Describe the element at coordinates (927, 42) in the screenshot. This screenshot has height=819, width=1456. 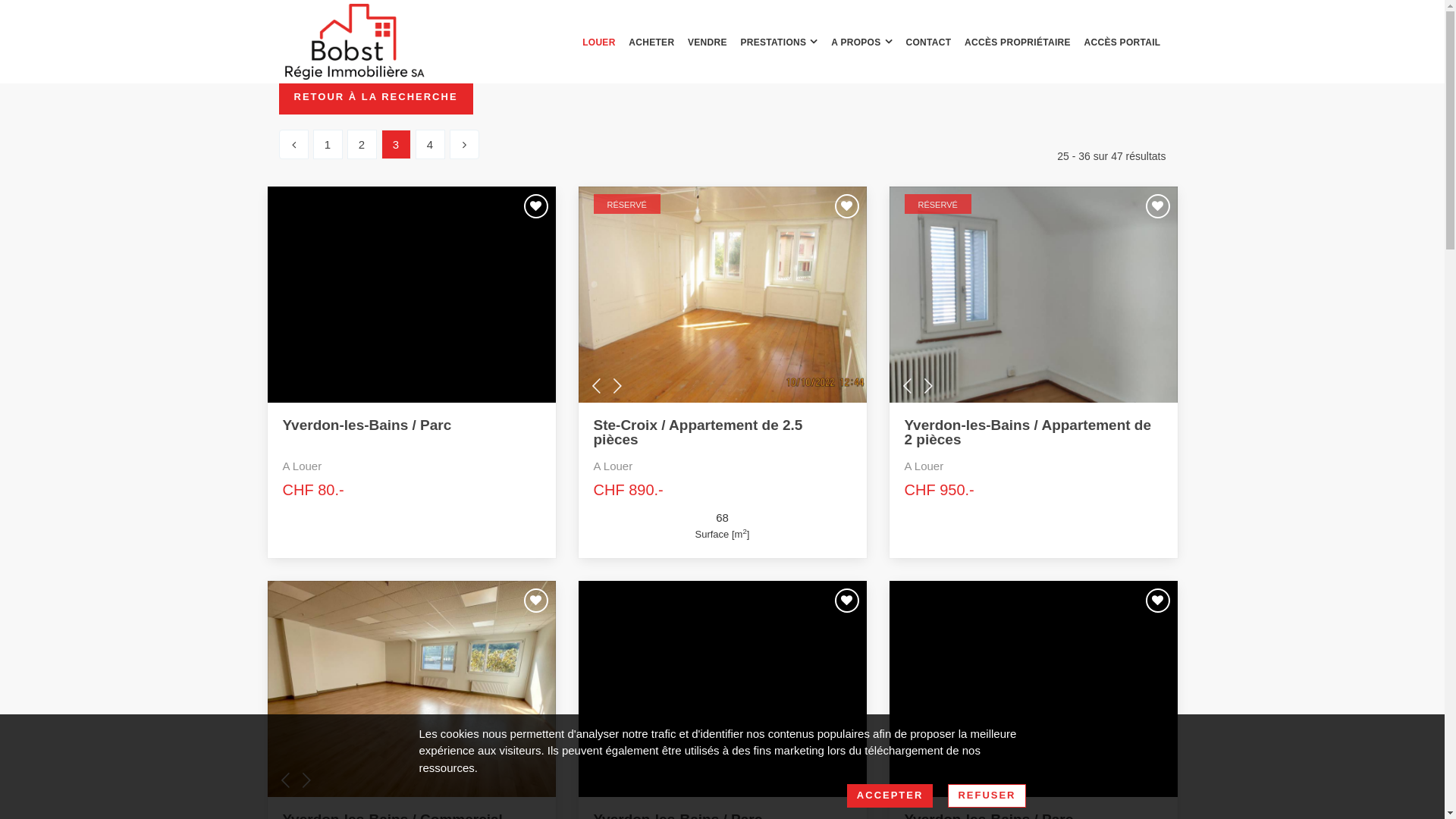
I see `'CONTACT'` at that location.